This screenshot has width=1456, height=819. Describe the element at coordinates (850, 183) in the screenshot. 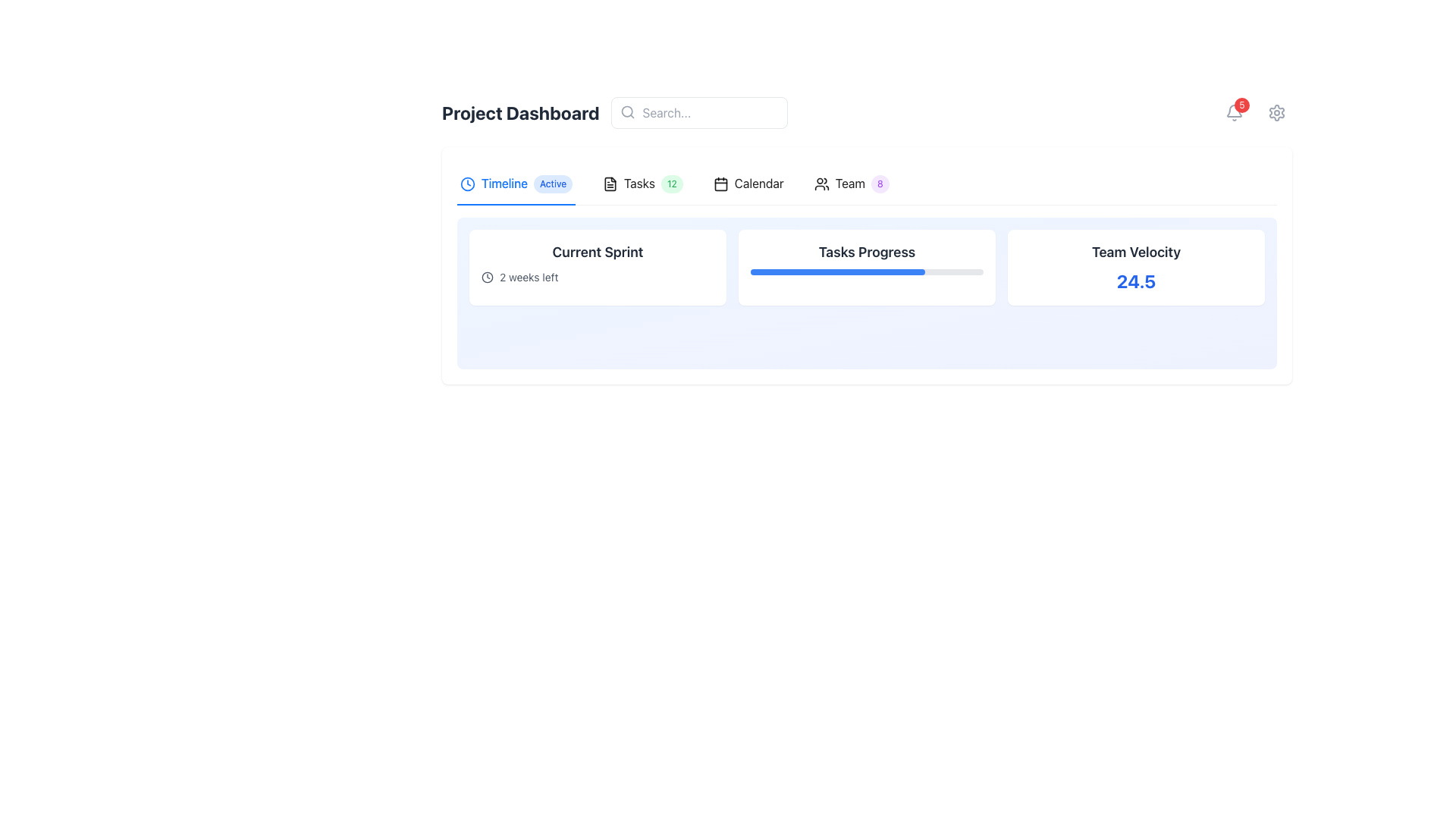

I see `the 'Team' text label located in the upper section of the interface, to the right of the group icon and followed by a badge with the numeral '8'` at that location.